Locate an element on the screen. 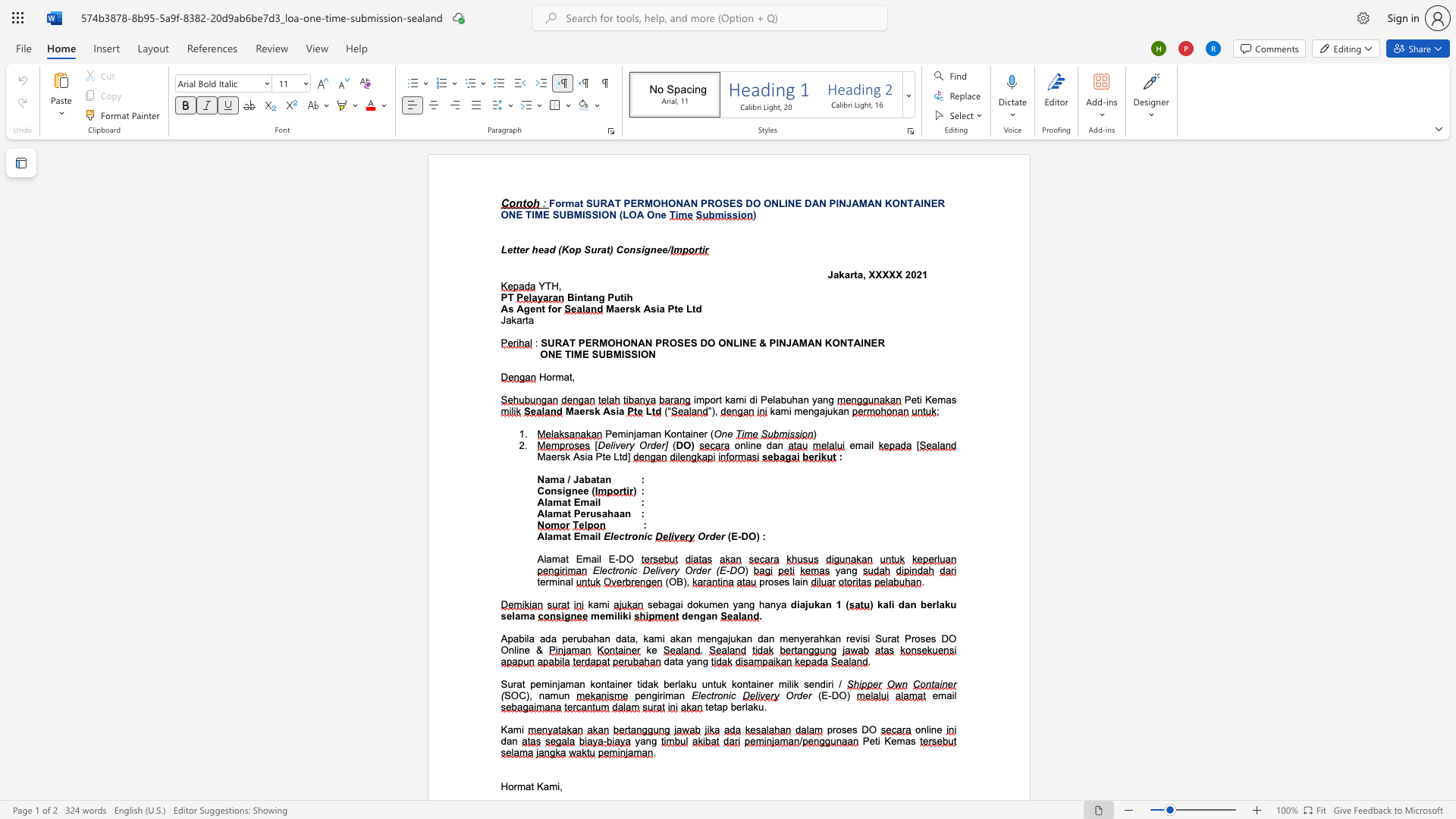 Image resolution: width=1456 pixels, height=819 pixels. the subset text "lamat E" within the text "Alamat Email" is located at coordinates (544, 535).